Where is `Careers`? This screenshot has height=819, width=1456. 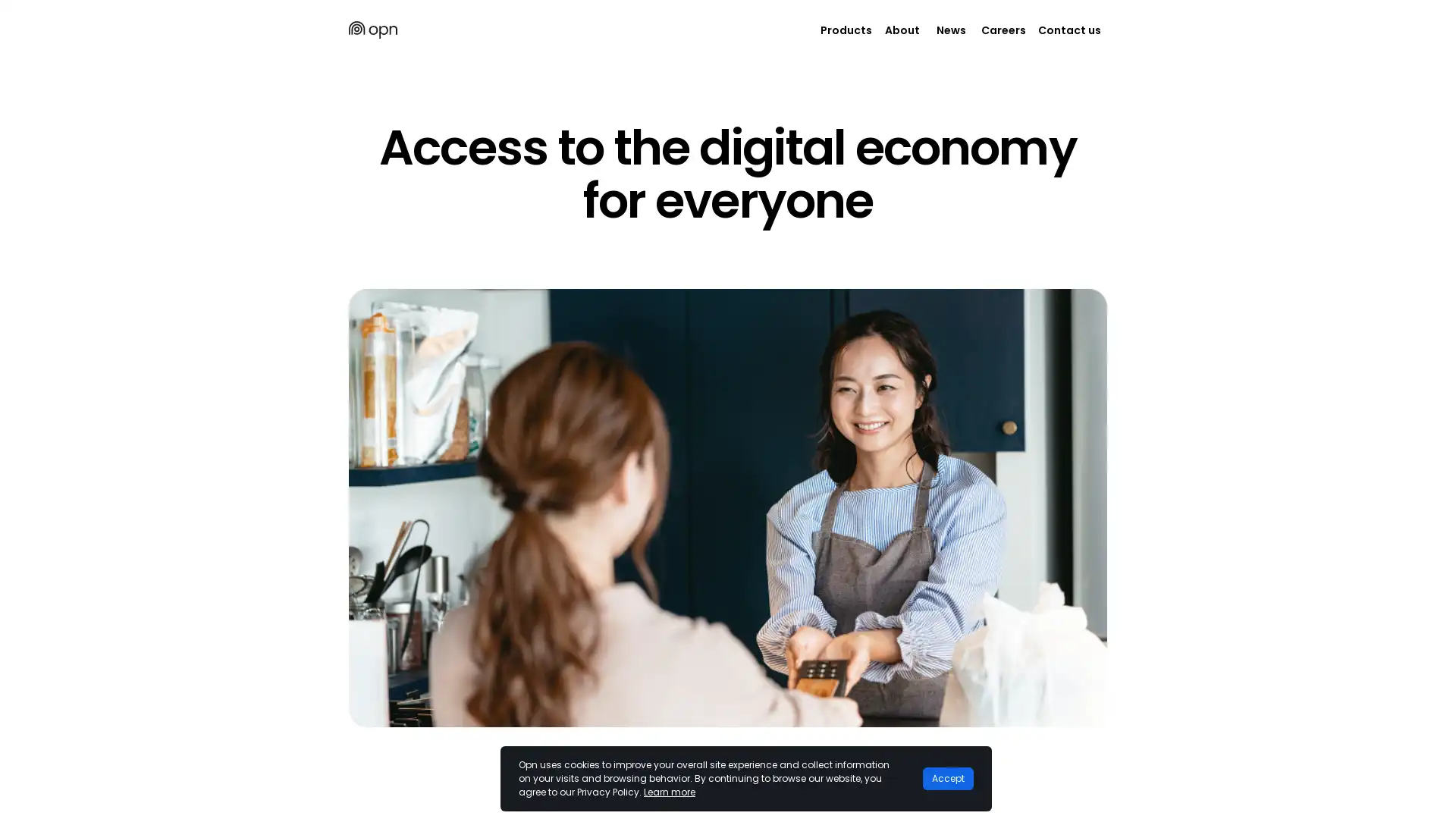 Careers is located at coordinates (1003, 30).